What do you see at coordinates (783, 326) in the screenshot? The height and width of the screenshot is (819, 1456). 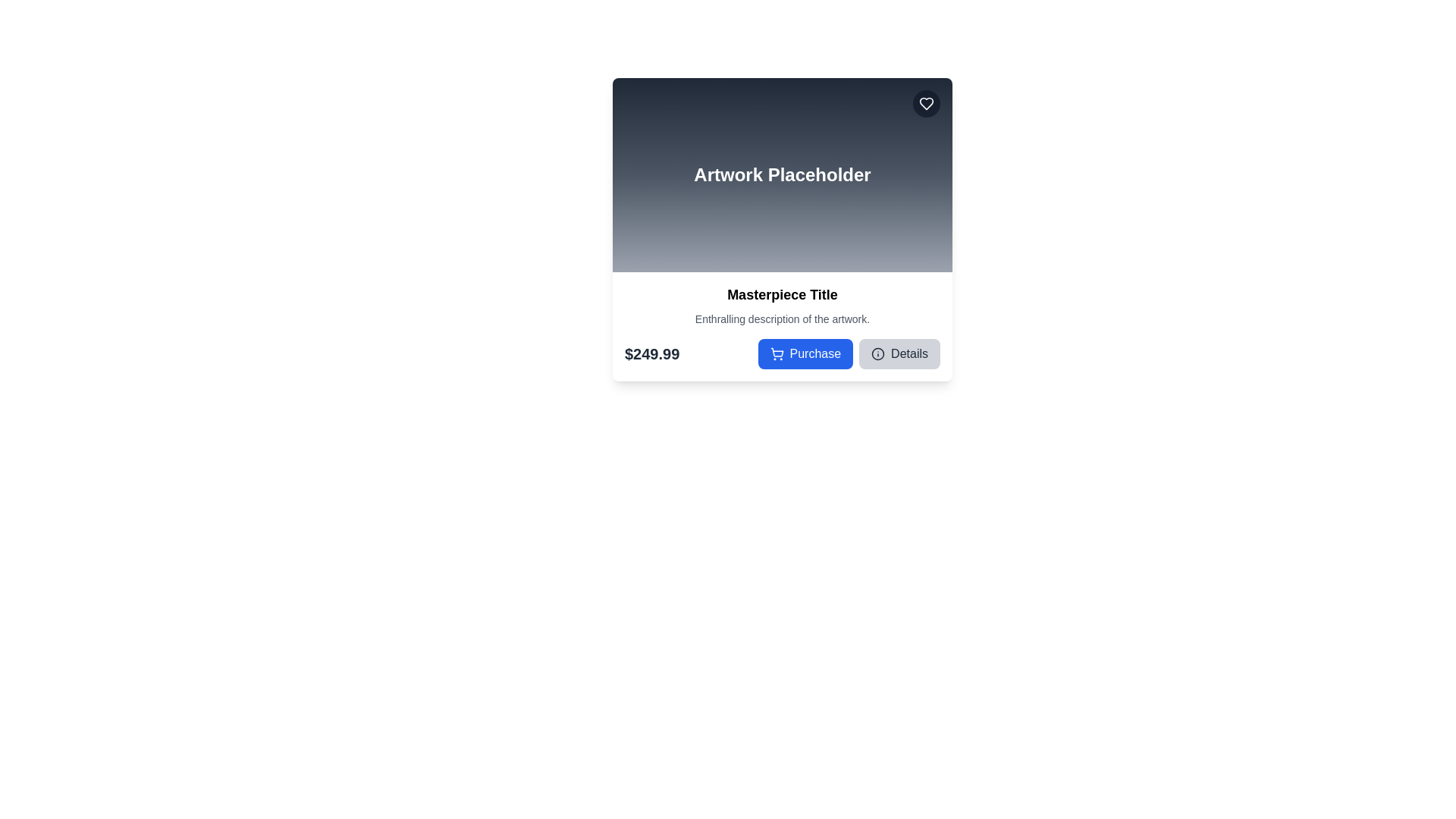 I see `the Card Content Section, which is located in the lower section of a card layout, directly below the 'Artwork Placeholder' header` at bounding box center [783, 326].